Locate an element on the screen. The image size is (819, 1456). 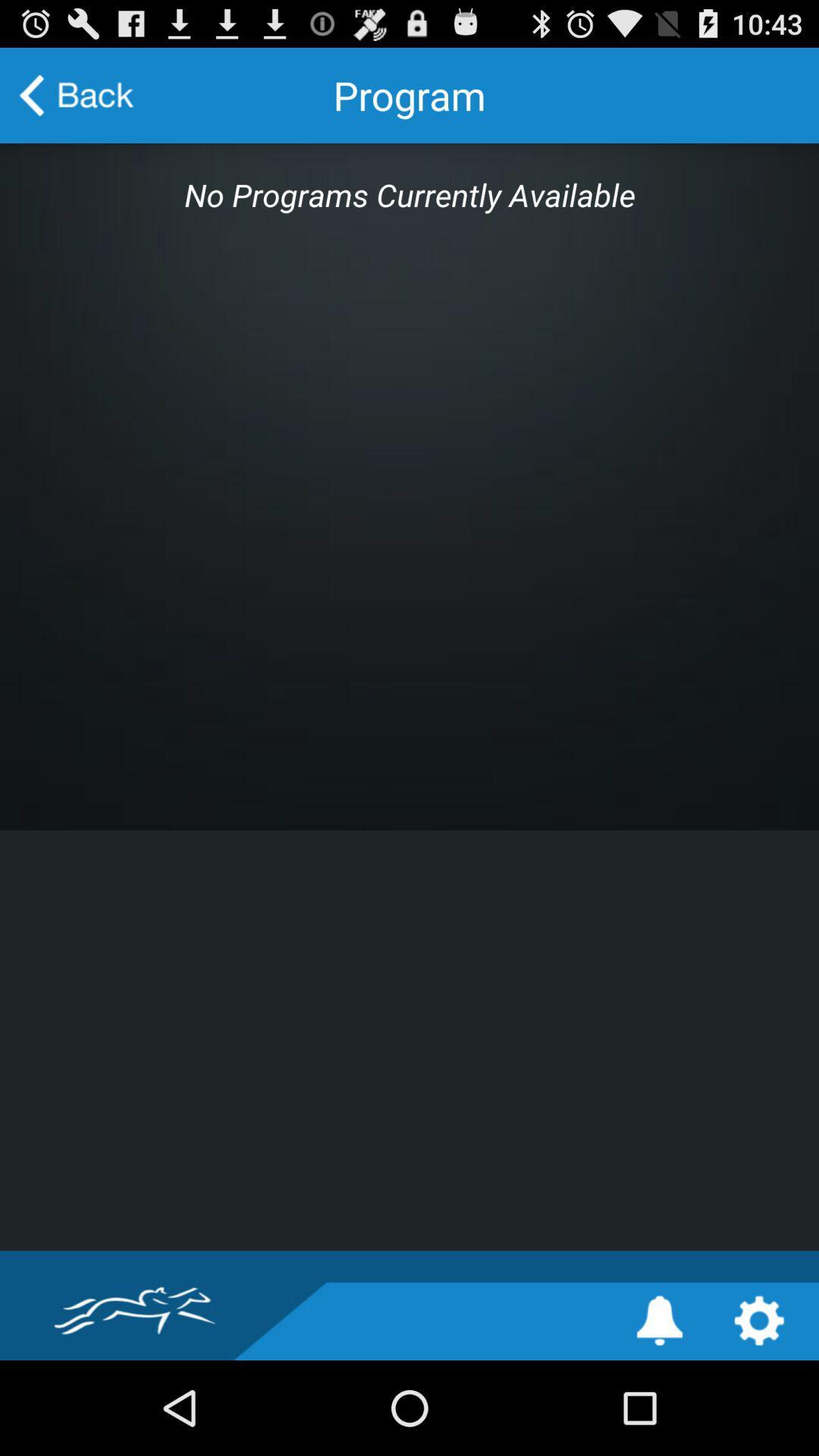
back is located at coordinates (77, 94).